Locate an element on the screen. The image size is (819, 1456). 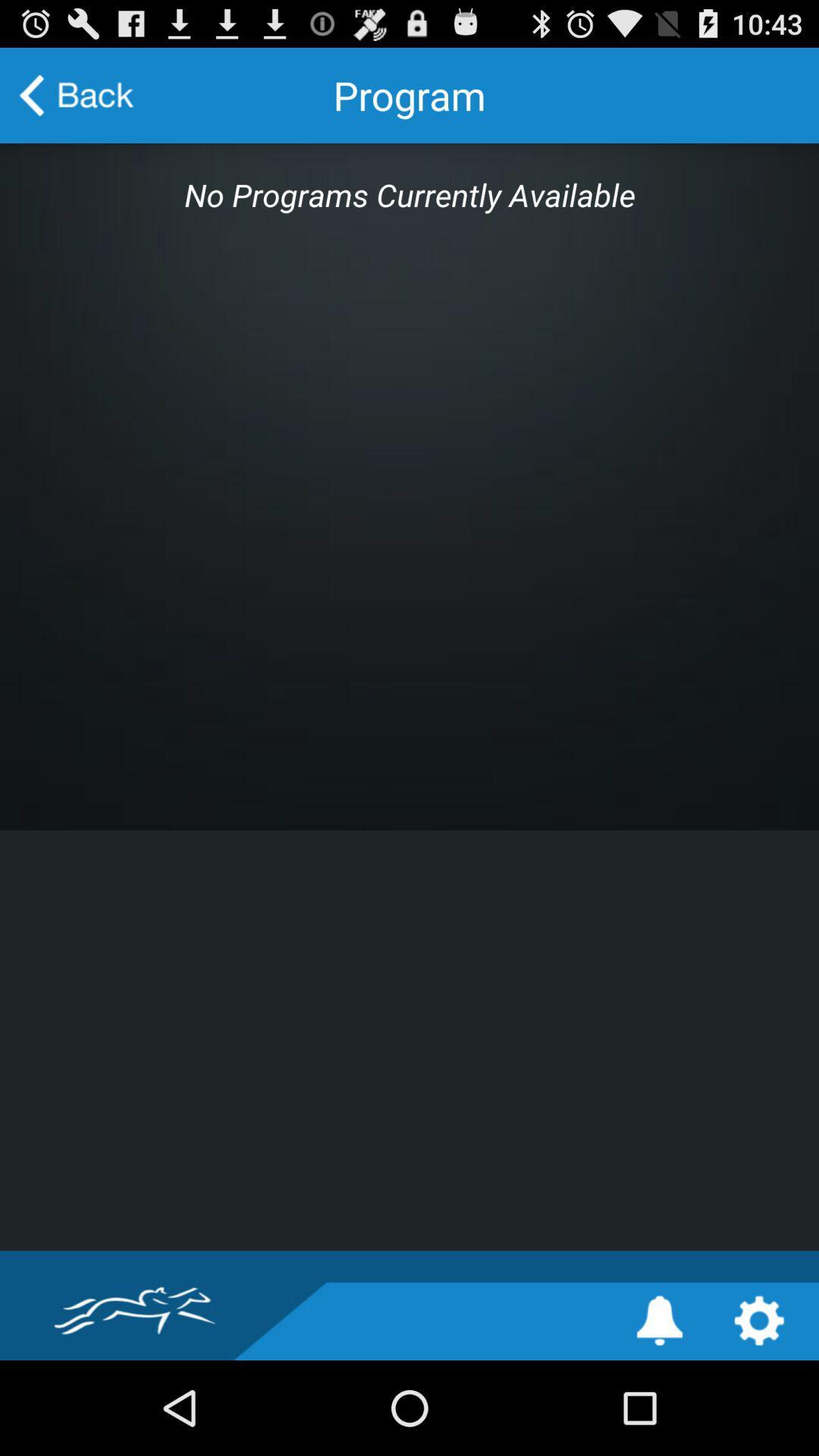
back is located at coordinates (77, 94).